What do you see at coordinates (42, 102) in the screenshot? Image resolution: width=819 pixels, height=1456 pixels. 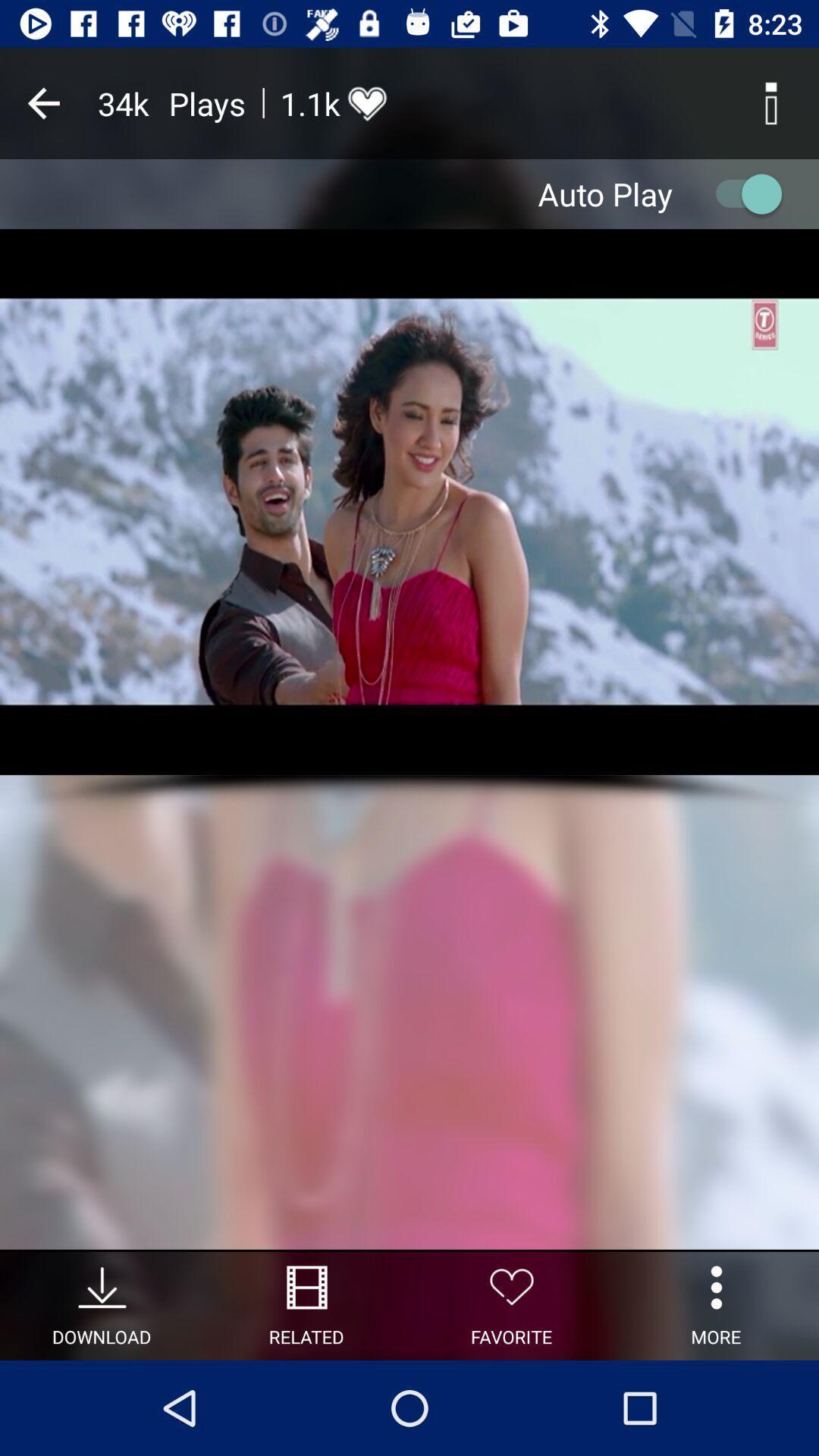 I see `go back` at bounding box center [42, 102].